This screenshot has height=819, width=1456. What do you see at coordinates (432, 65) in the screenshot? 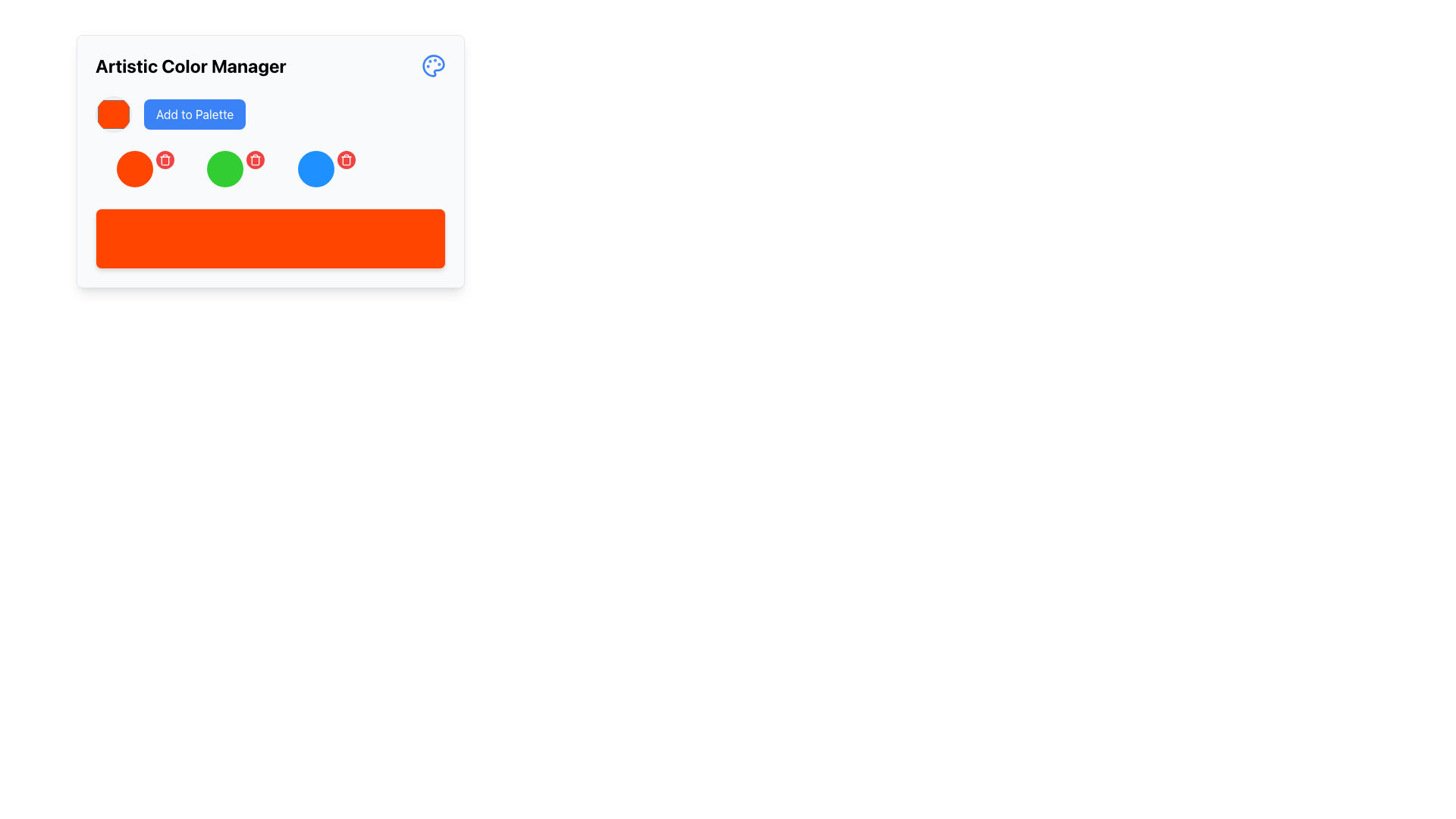
I see `the Decorative Icon, which is a circular painter's palette design with colored paint blobs, located in the top-right corner of the 'Artistic Color Manager' card` at bounding box center [432, 65].